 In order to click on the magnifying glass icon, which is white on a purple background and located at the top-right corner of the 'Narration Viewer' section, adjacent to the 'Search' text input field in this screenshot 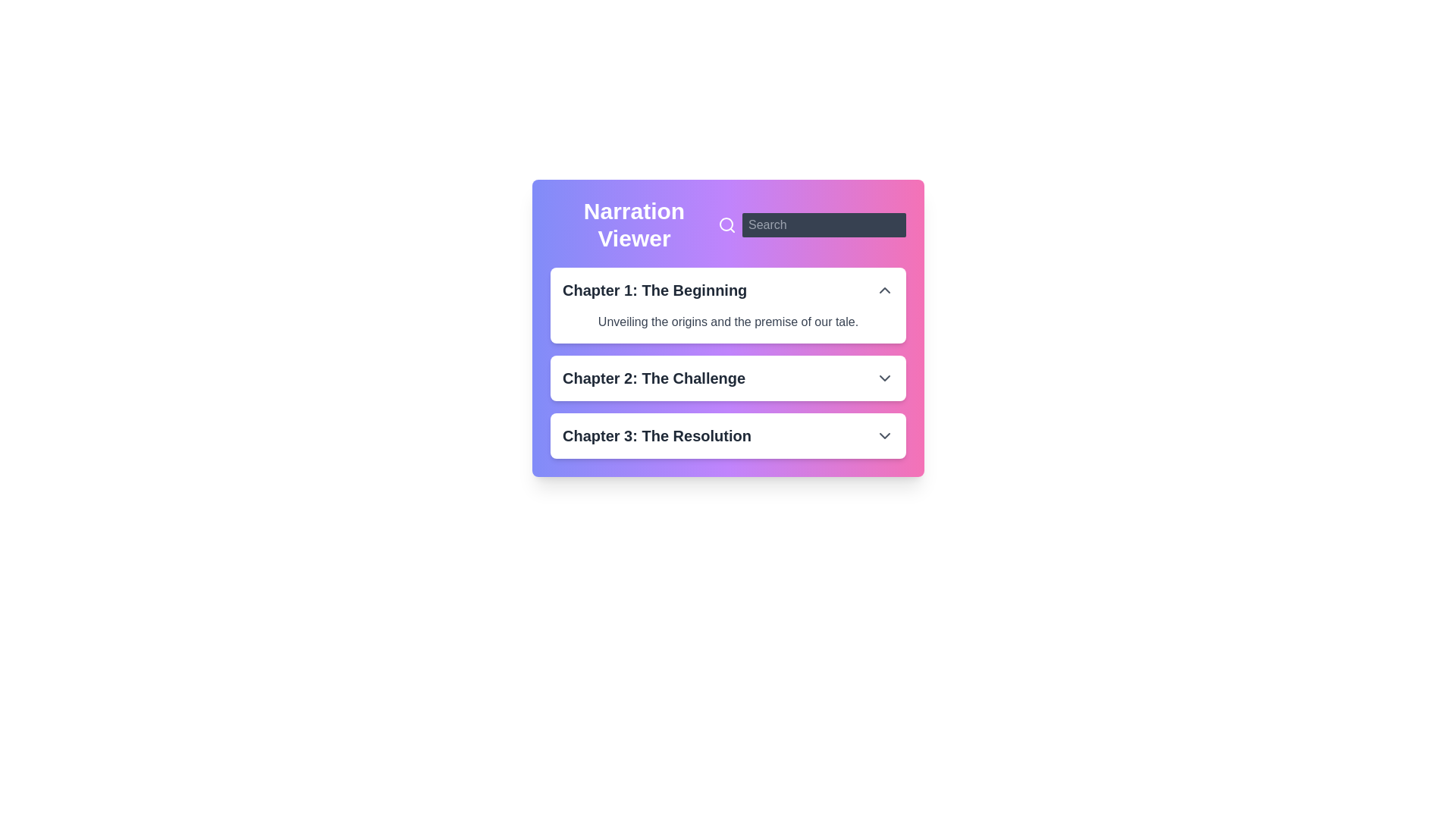, I will do `click(726, 225)`.